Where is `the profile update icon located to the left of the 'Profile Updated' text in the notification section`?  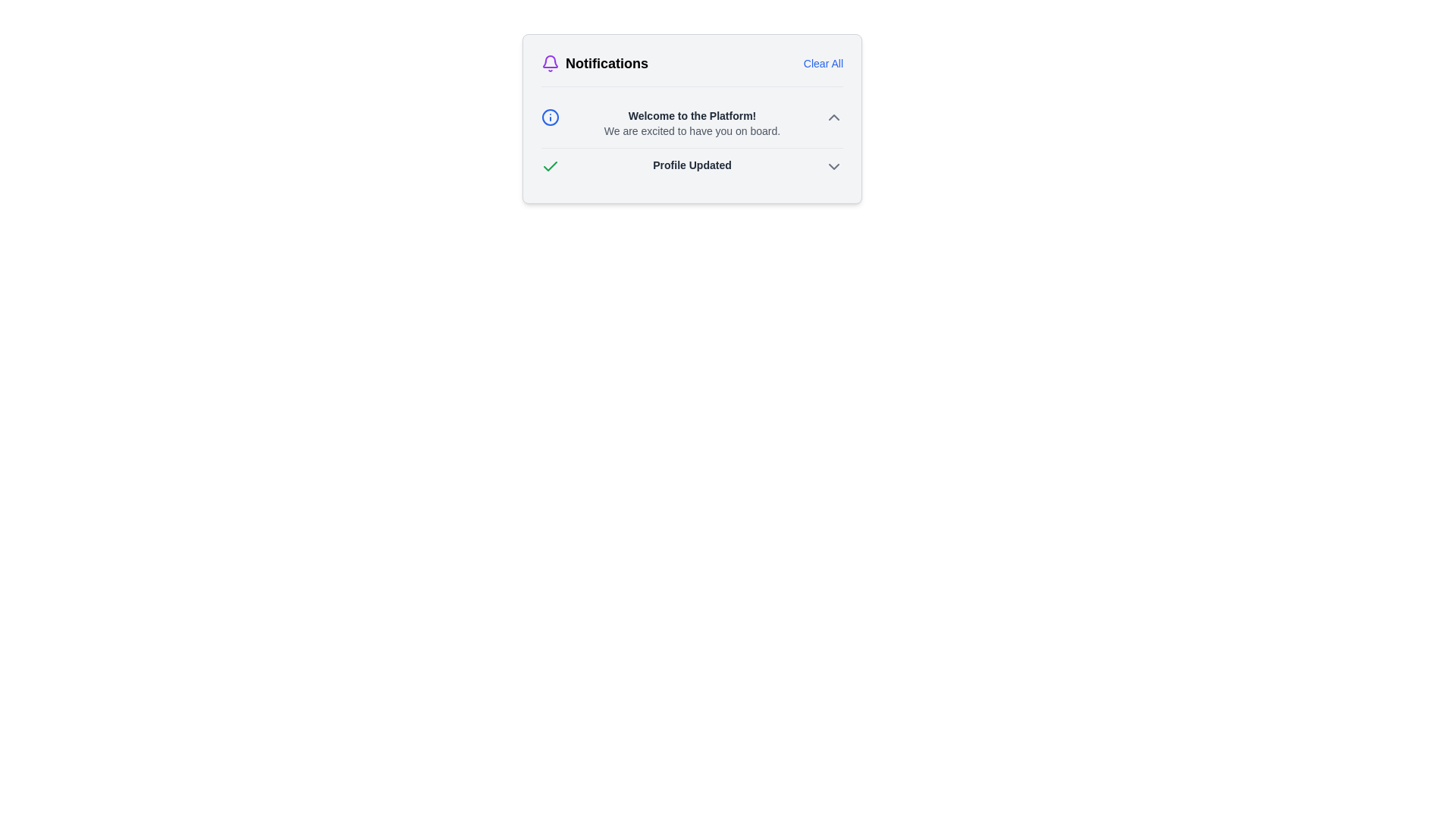 the profile update icon located to the left of the 'Profile Updated' text in the notification section is located at coordinates (549, 166).